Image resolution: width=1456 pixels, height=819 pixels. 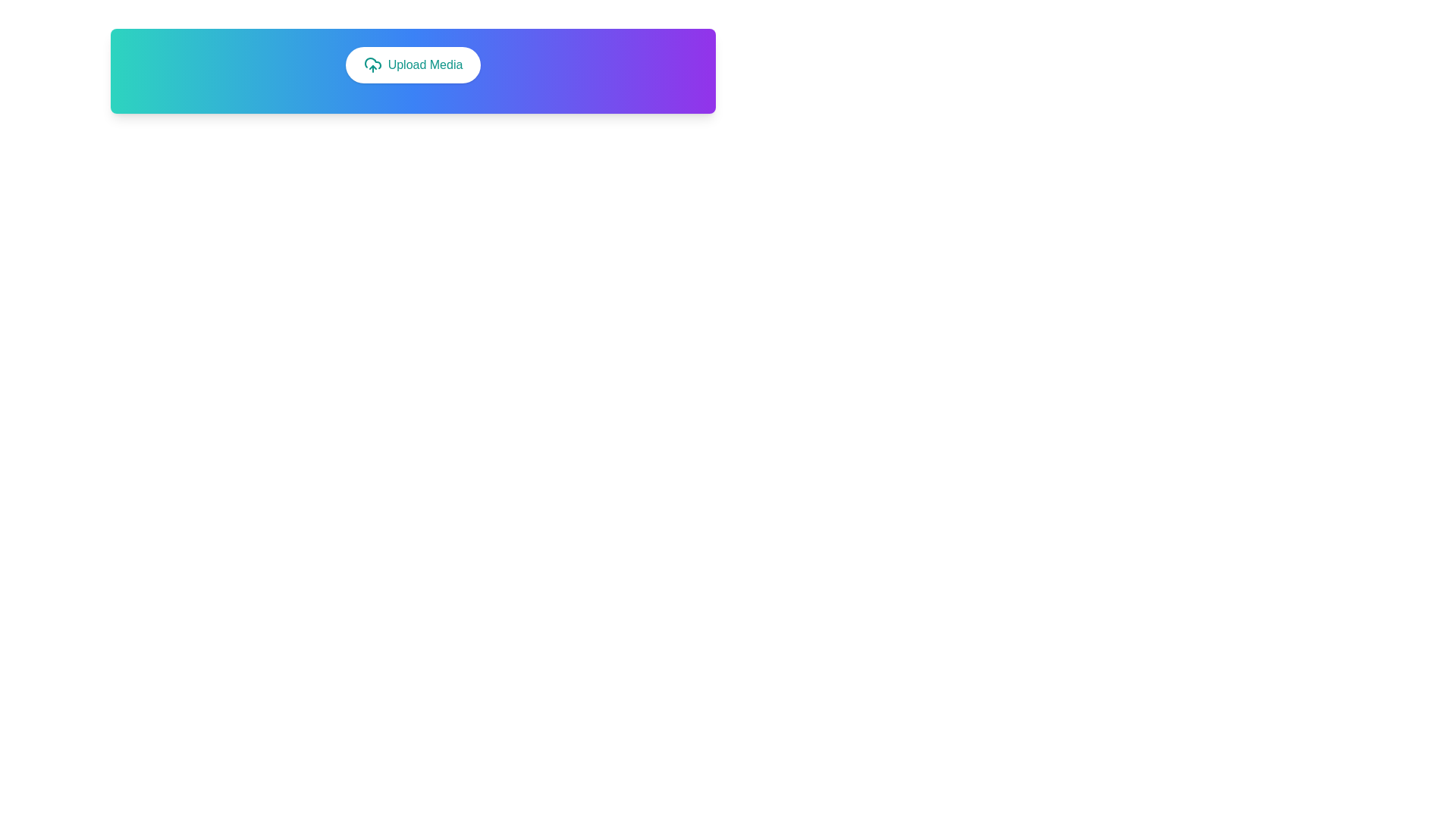 What do you see at coordinates (413, 64) in the screenshot?
I see `the rounded button with a white background and teal text reading 'Upload Media'` at bounding box center [413, 64].